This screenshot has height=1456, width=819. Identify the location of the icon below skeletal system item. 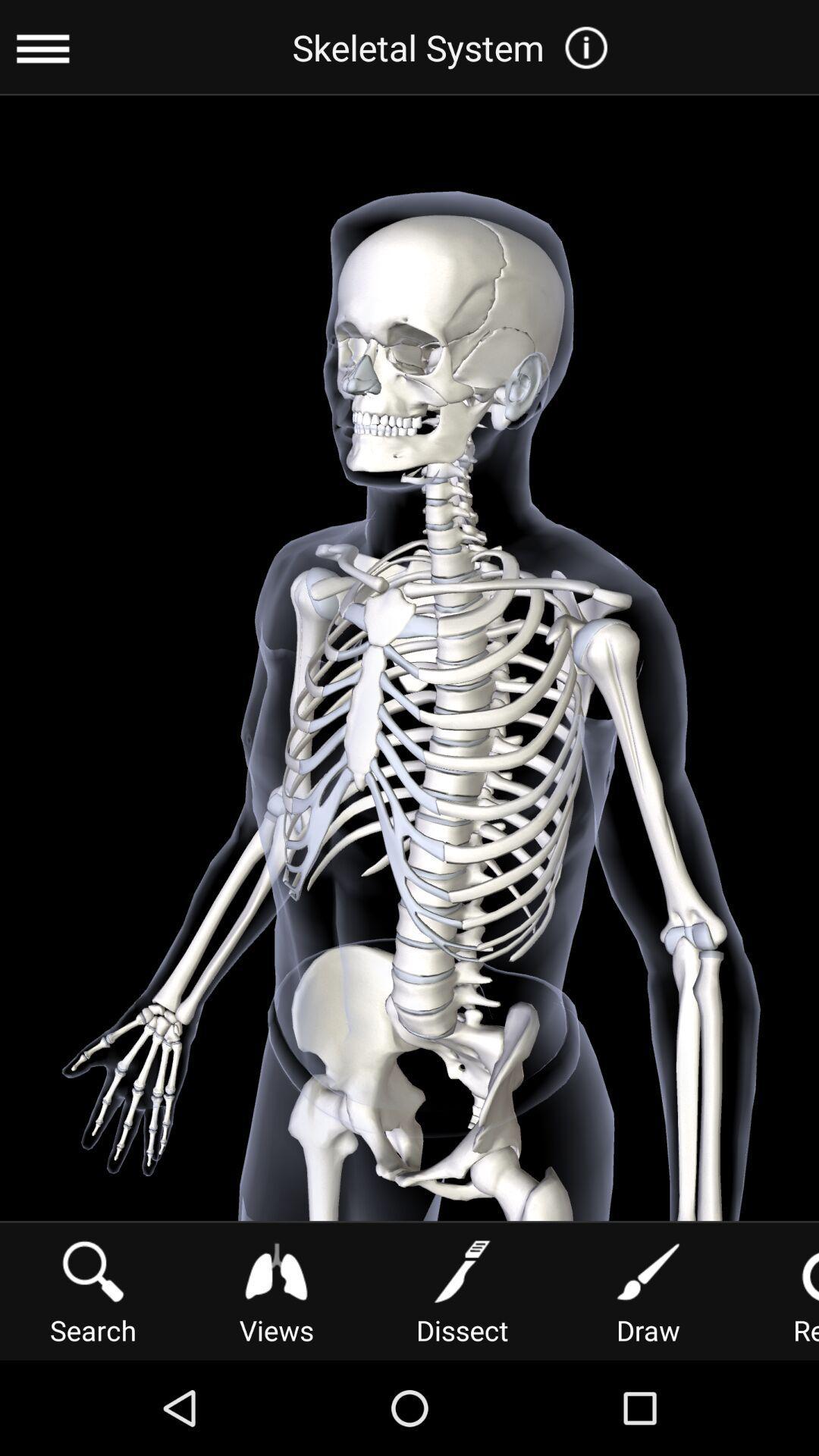
(276, 1289).